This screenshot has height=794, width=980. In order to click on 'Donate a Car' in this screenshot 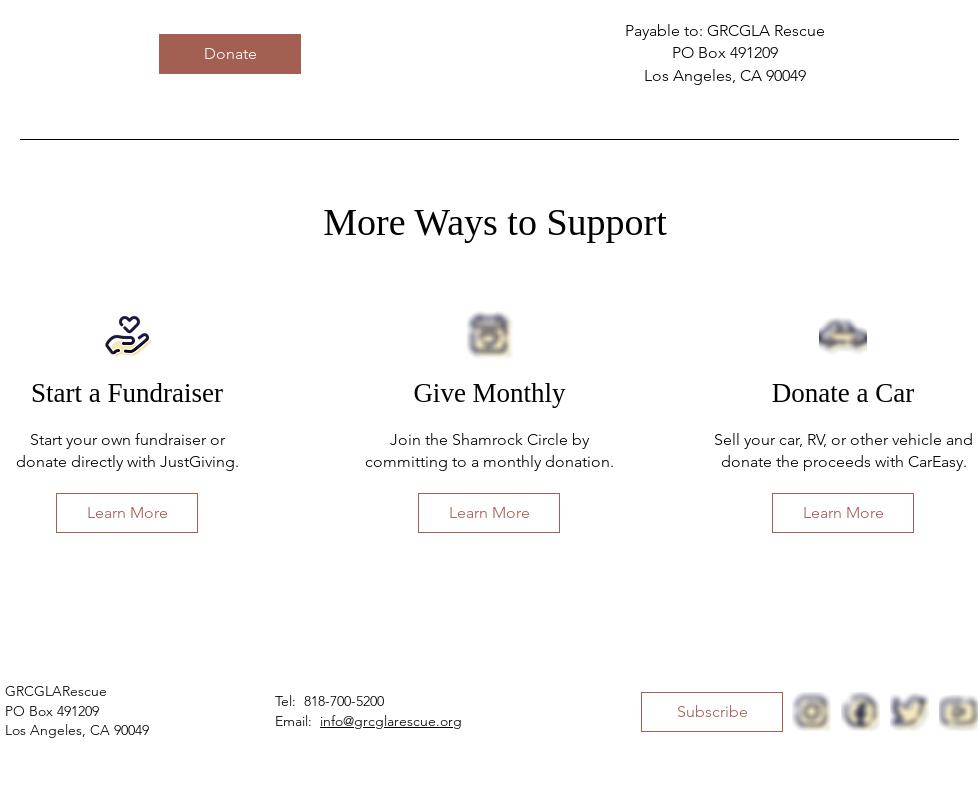, I will do `click(842, 393)`.